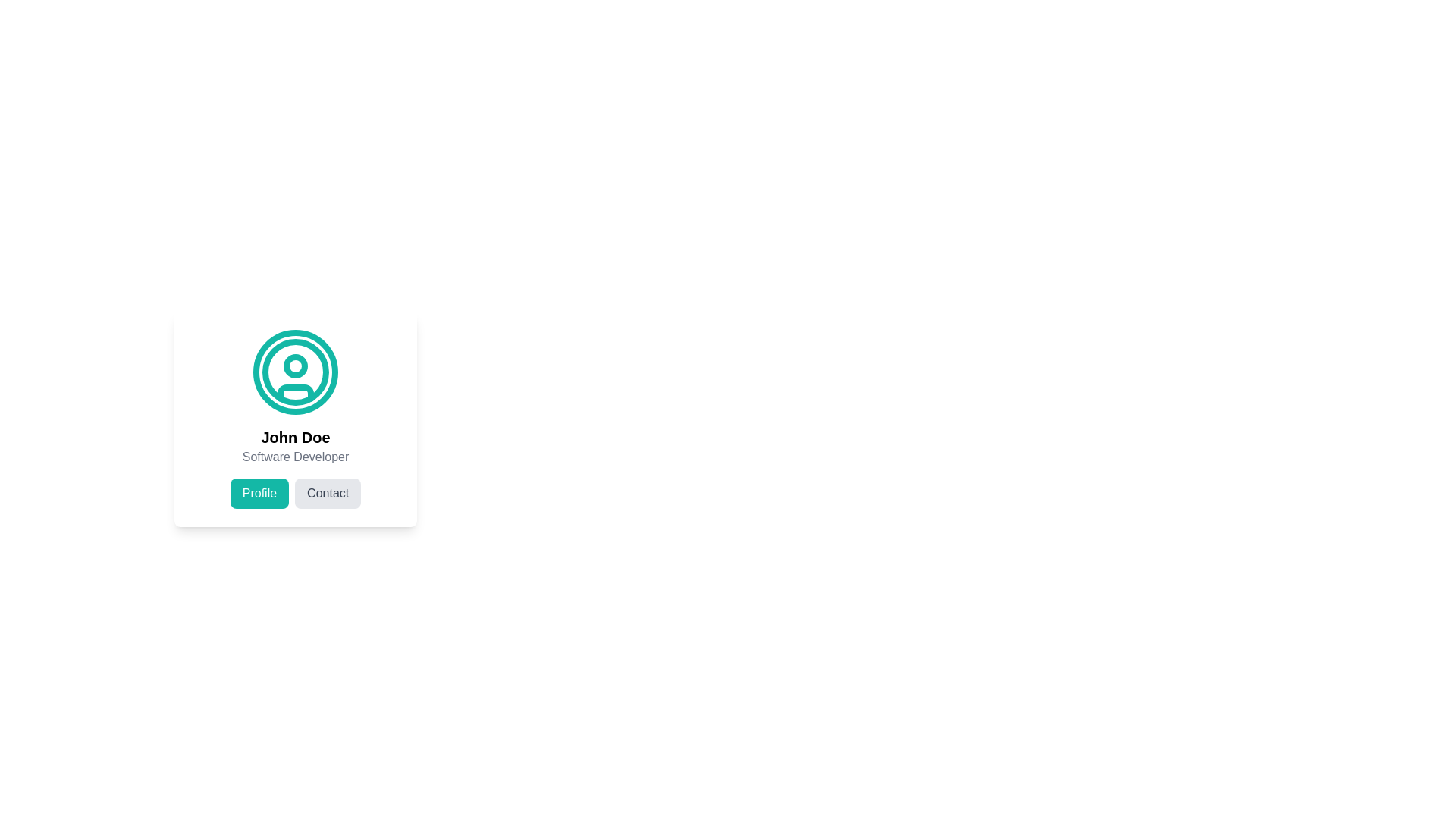  What do you see at coordinates (295, 456) in the screenshot?
I see `the static text indicating the occupation of the profile owner, located below the 'John Doe' name text in the profile card` at bounding box center [295, 456].